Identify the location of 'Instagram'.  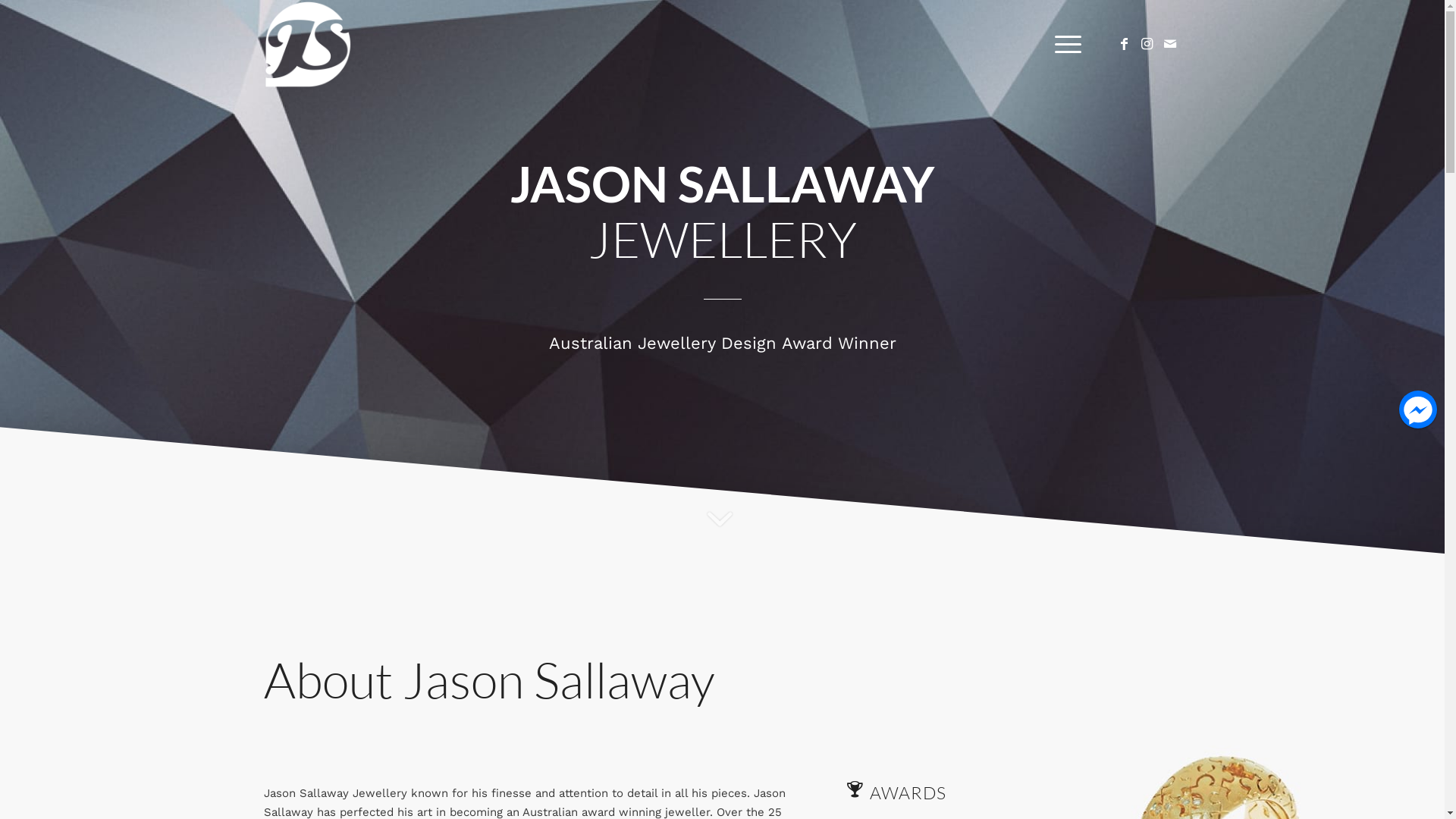
(1147, 42).